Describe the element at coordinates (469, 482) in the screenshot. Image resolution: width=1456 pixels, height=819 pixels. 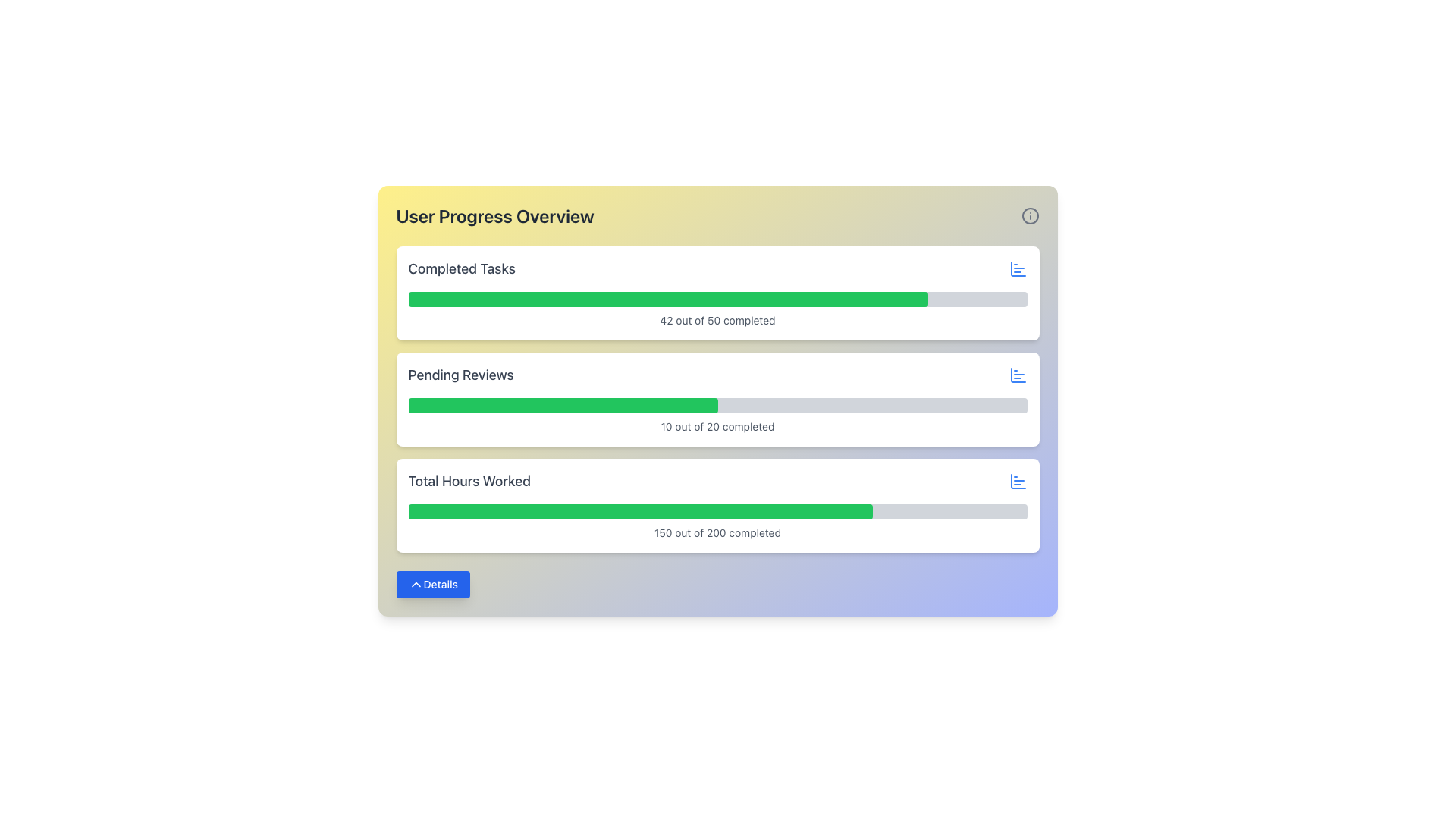
I see `the 'Total Hours Worked' text label which is styled with a large gray font, located in the bottom third of the main card and to the left of a bar chart icon` at that location.